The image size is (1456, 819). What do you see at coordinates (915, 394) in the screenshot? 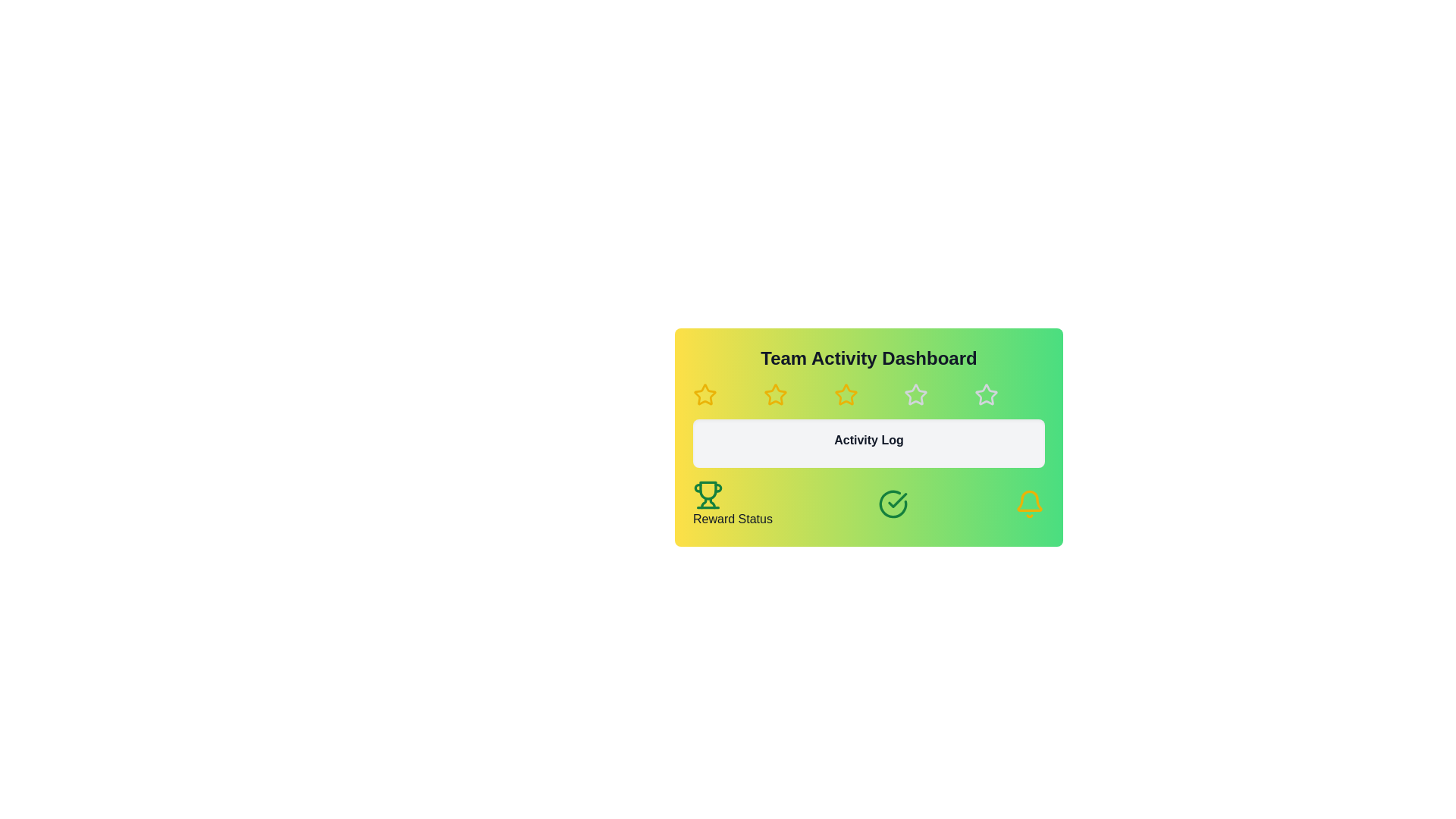
I see `the fourth star icon in the rating selection row below the 'Team Activity Dashboard'` at bounding box center [915, 394].